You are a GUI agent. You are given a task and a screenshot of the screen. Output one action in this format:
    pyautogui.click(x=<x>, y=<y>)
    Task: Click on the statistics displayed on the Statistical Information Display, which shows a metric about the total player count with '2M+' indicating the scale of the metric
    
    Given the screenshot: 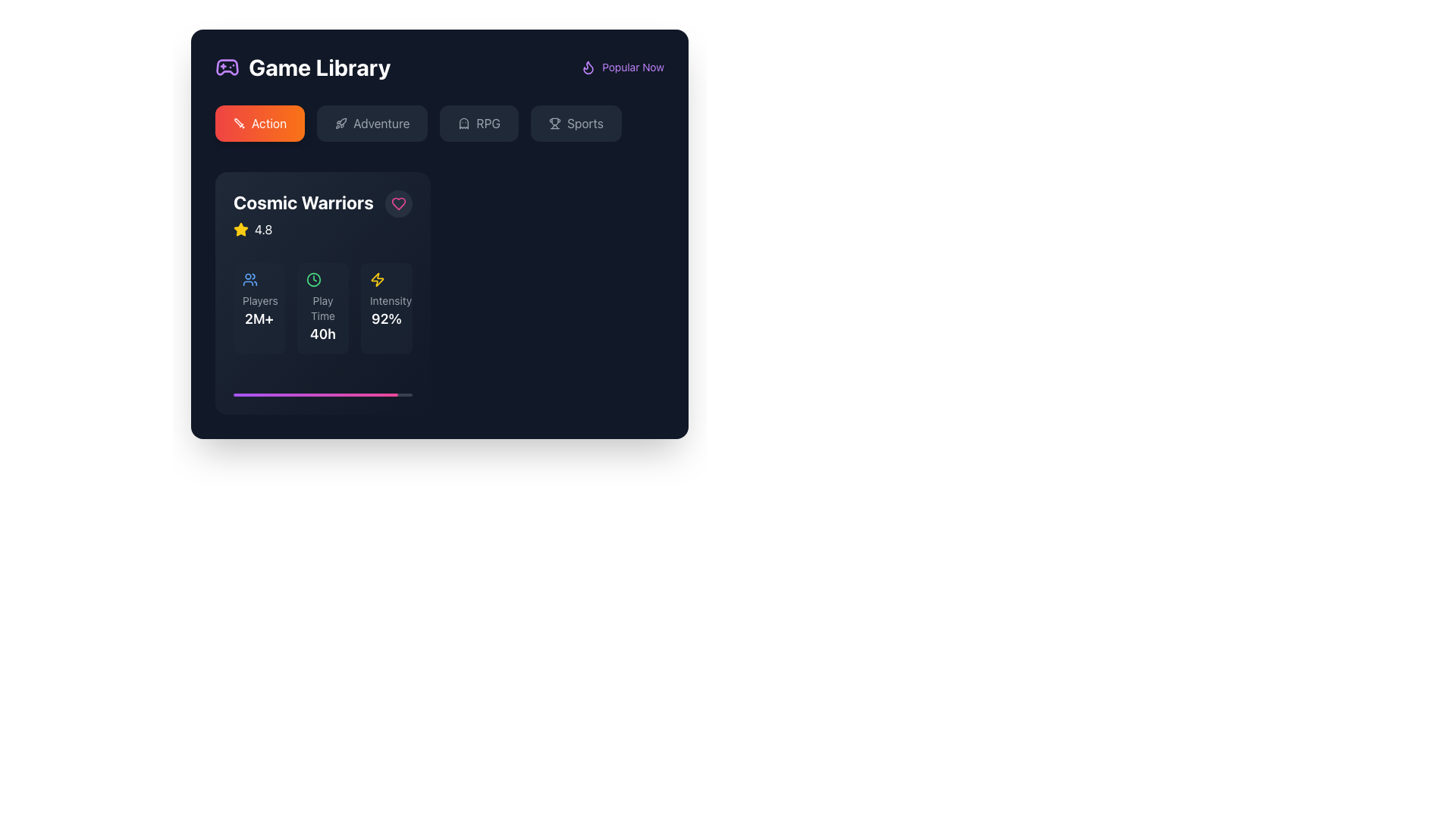 What is the action you would take?
    pyautogui.click(x=259, y=308)
    